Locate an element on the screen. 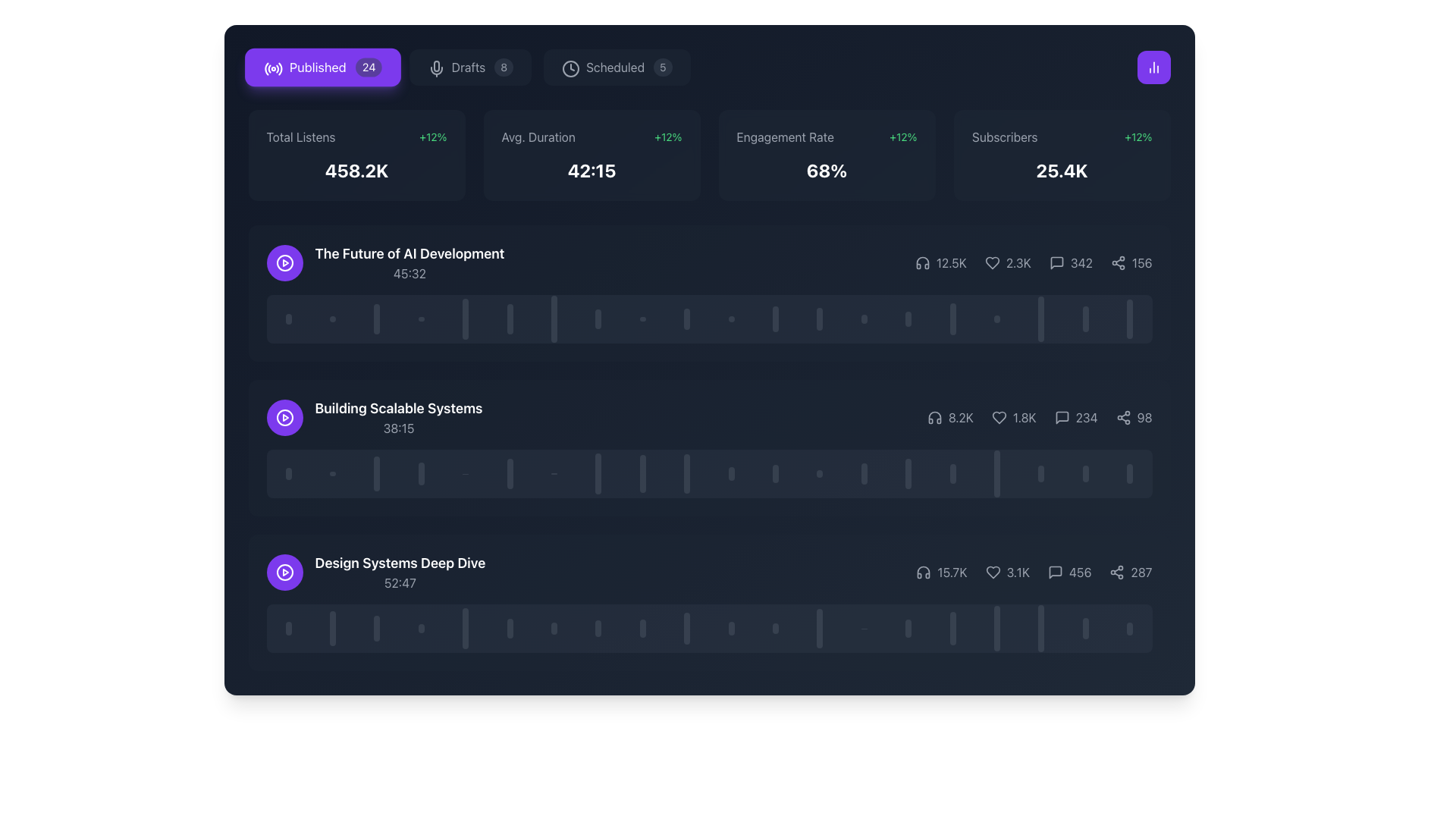 The height and width of the screenshot is (819, 1456). the text element displaying the count '456', which represents the number of comments or messages is located at coordinates (1068, 573).